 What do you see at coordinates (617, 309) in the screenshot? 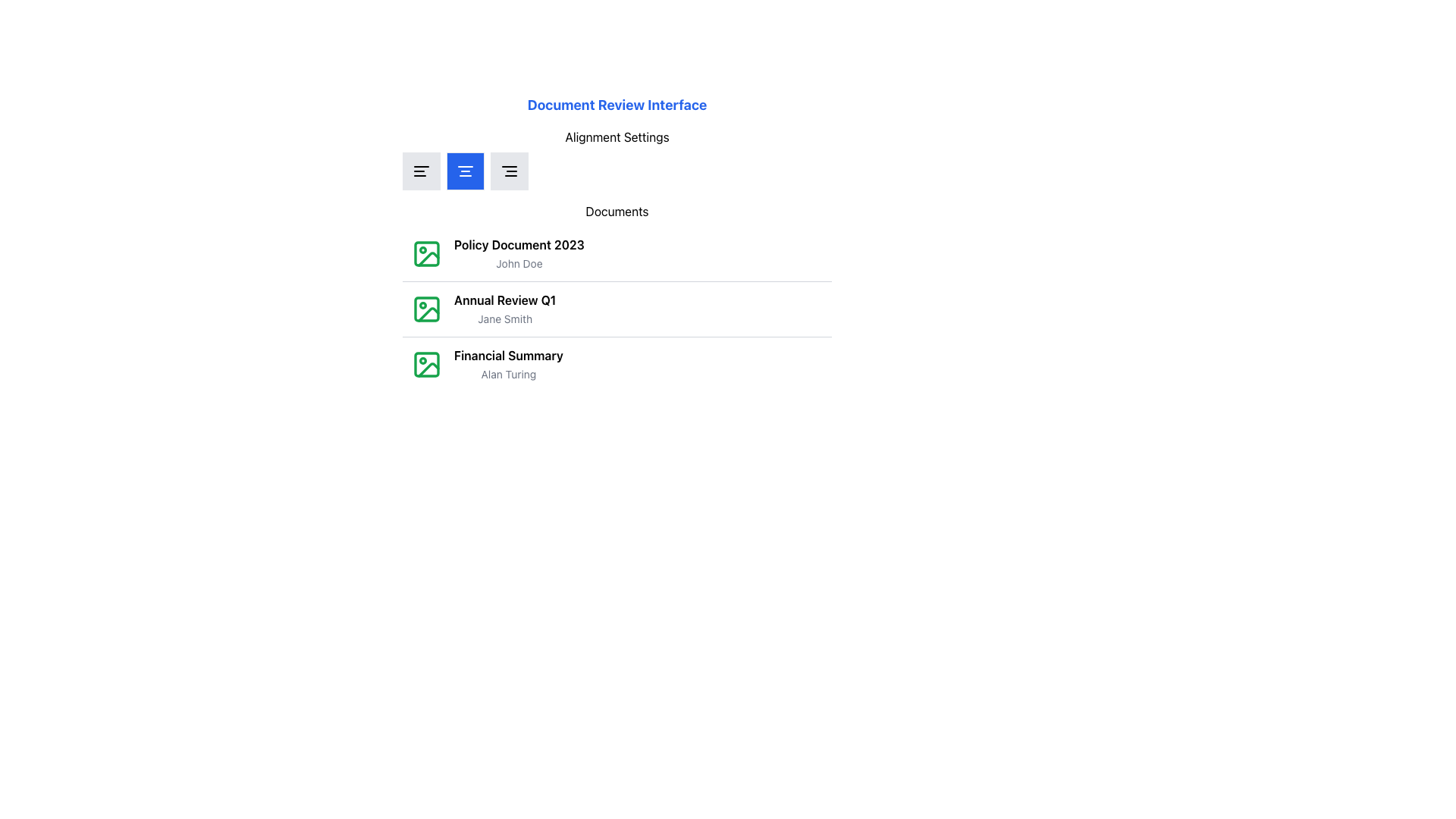
I see `the List item with the title 'Annual Review Q1' and subtitle 'Jane Smith', which is the second item under 'Documents'` at bounding box center [617, 309].